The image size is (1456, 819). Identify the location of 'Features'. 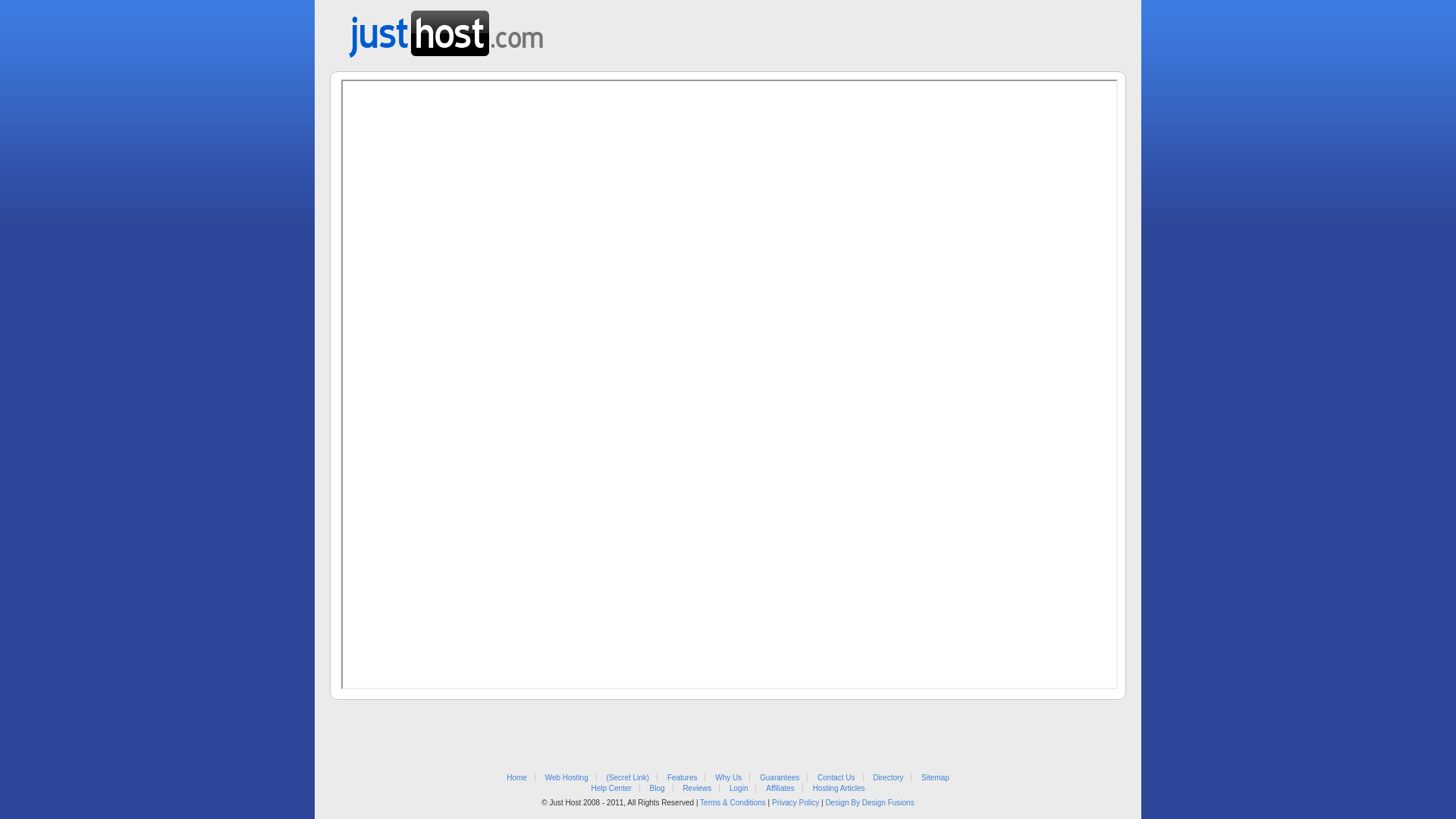
(681, 777).